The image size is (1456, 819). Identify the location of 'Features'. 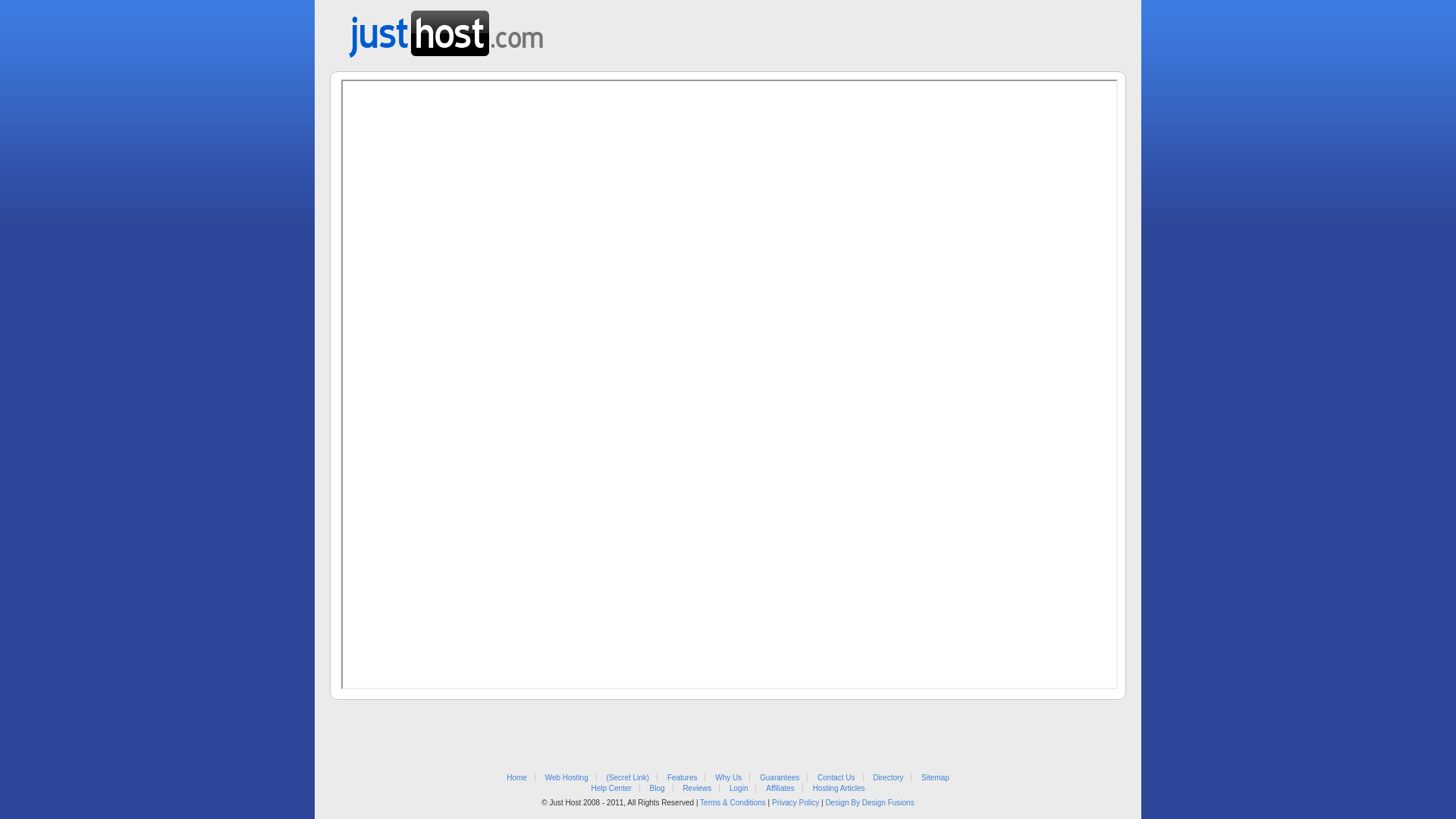
(681, 777).